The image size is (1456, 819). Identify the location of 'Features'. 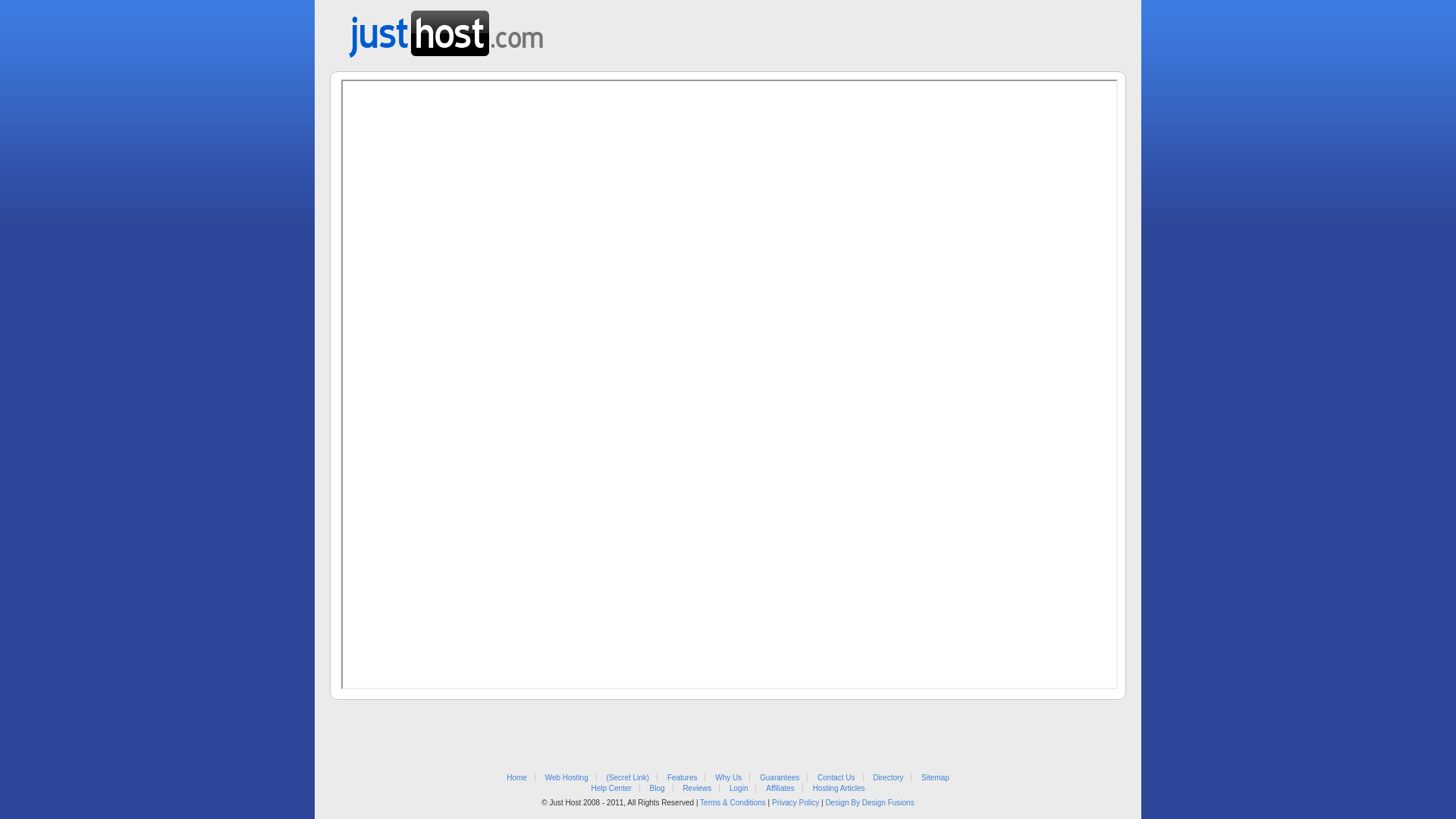
(681, 777).